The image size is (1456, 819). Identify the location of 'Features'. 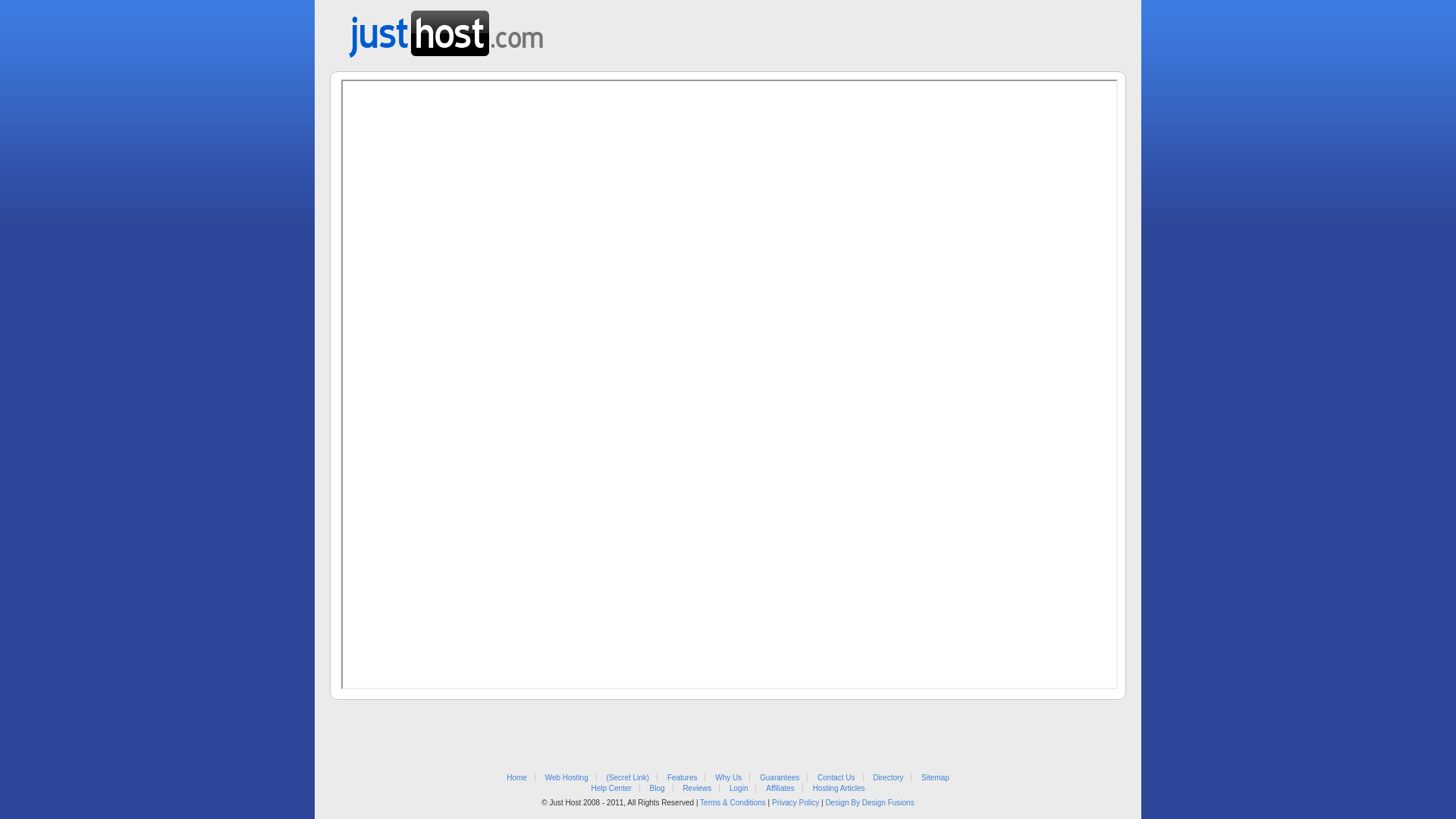
(681, 777).